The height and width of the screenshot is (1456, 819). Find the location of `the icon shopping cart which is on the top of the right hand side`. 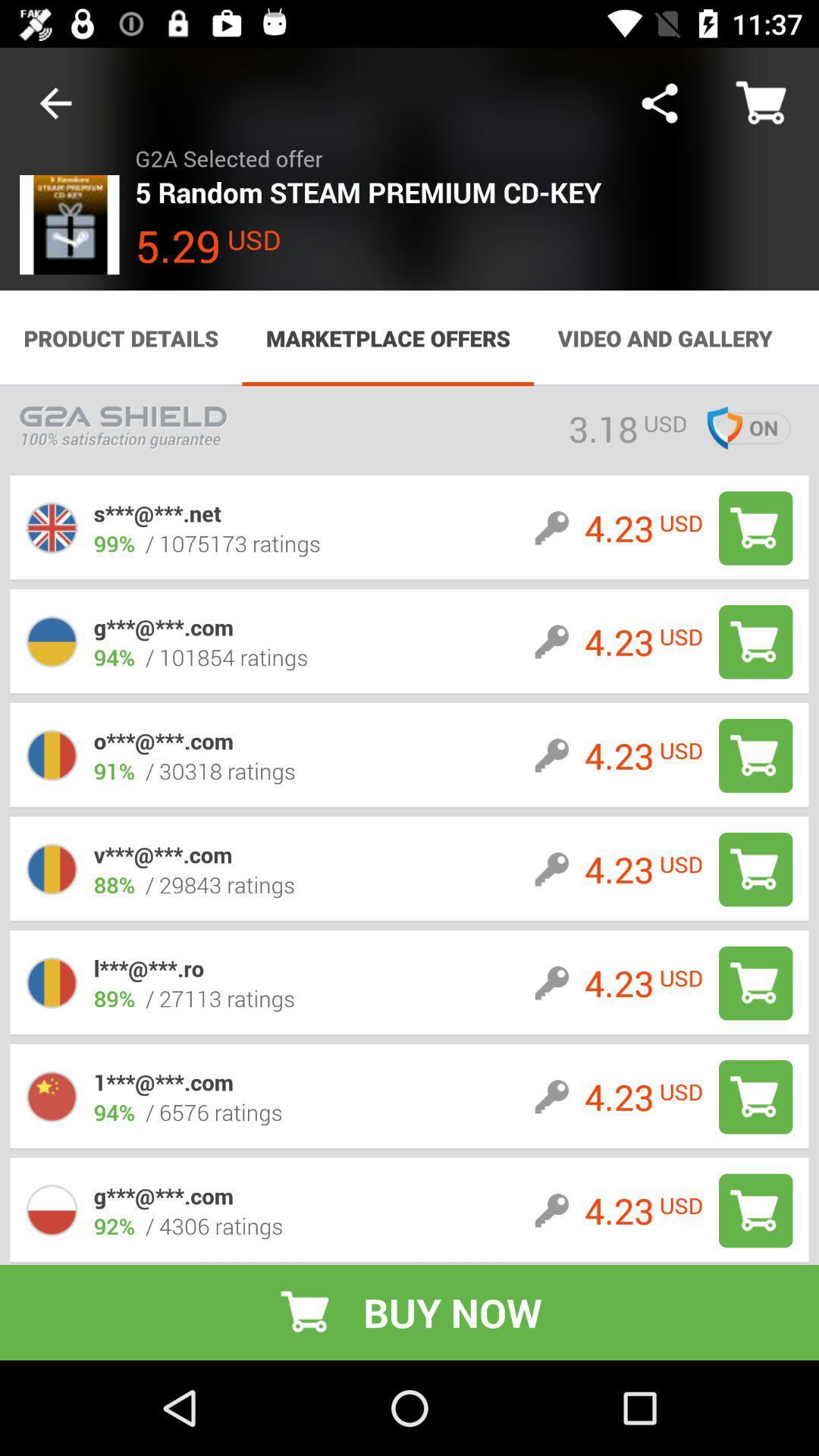

the icon shopping cart which is on the top of the right hand side is located at coordinates (763, 103).